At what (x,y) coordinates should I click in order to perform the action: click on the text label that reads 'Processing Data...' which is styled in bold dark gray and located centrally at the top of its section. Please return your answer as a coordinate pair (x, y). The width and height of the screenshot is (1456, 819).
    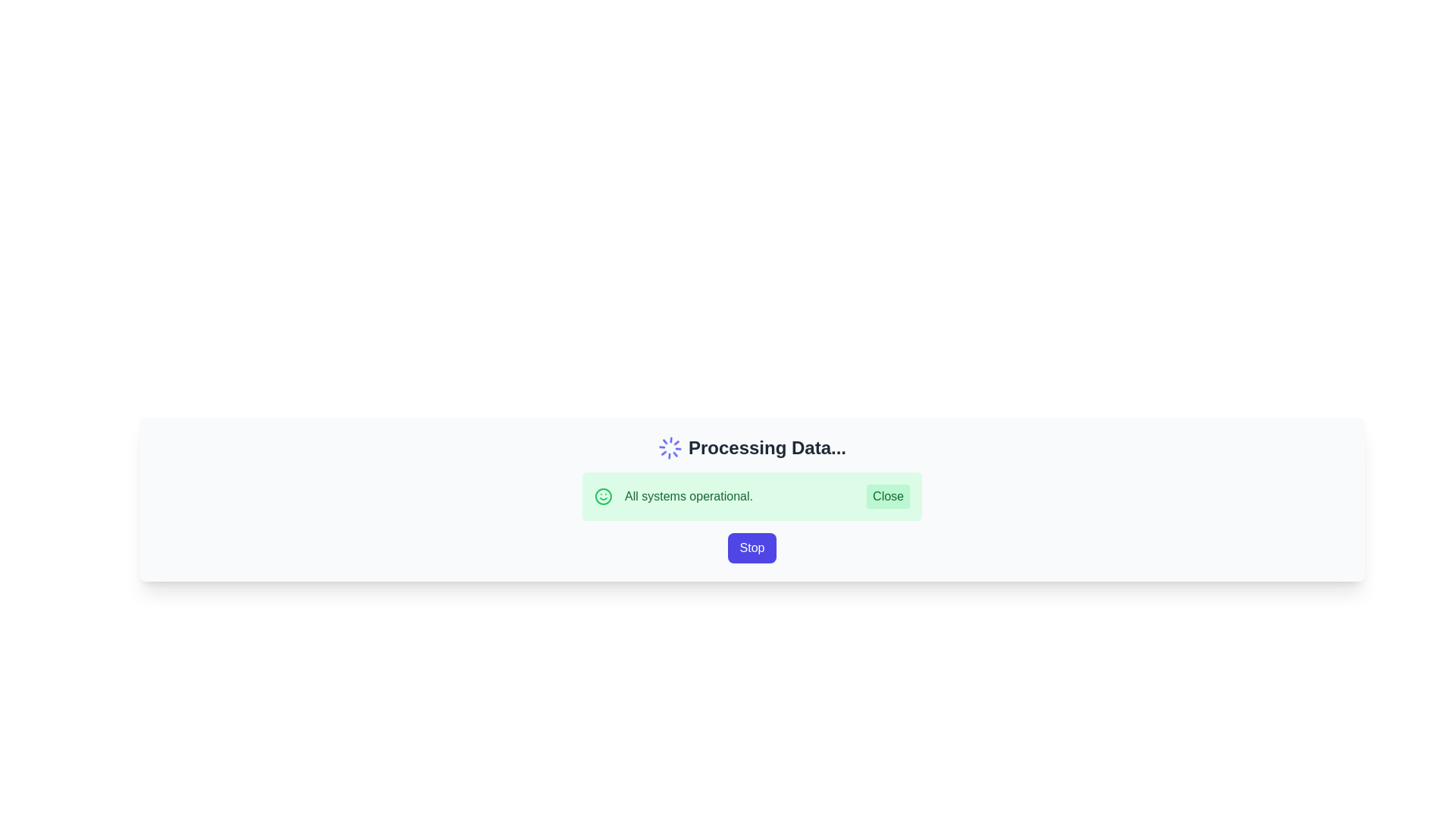
    Looking at the image, I should click on (767, 447).